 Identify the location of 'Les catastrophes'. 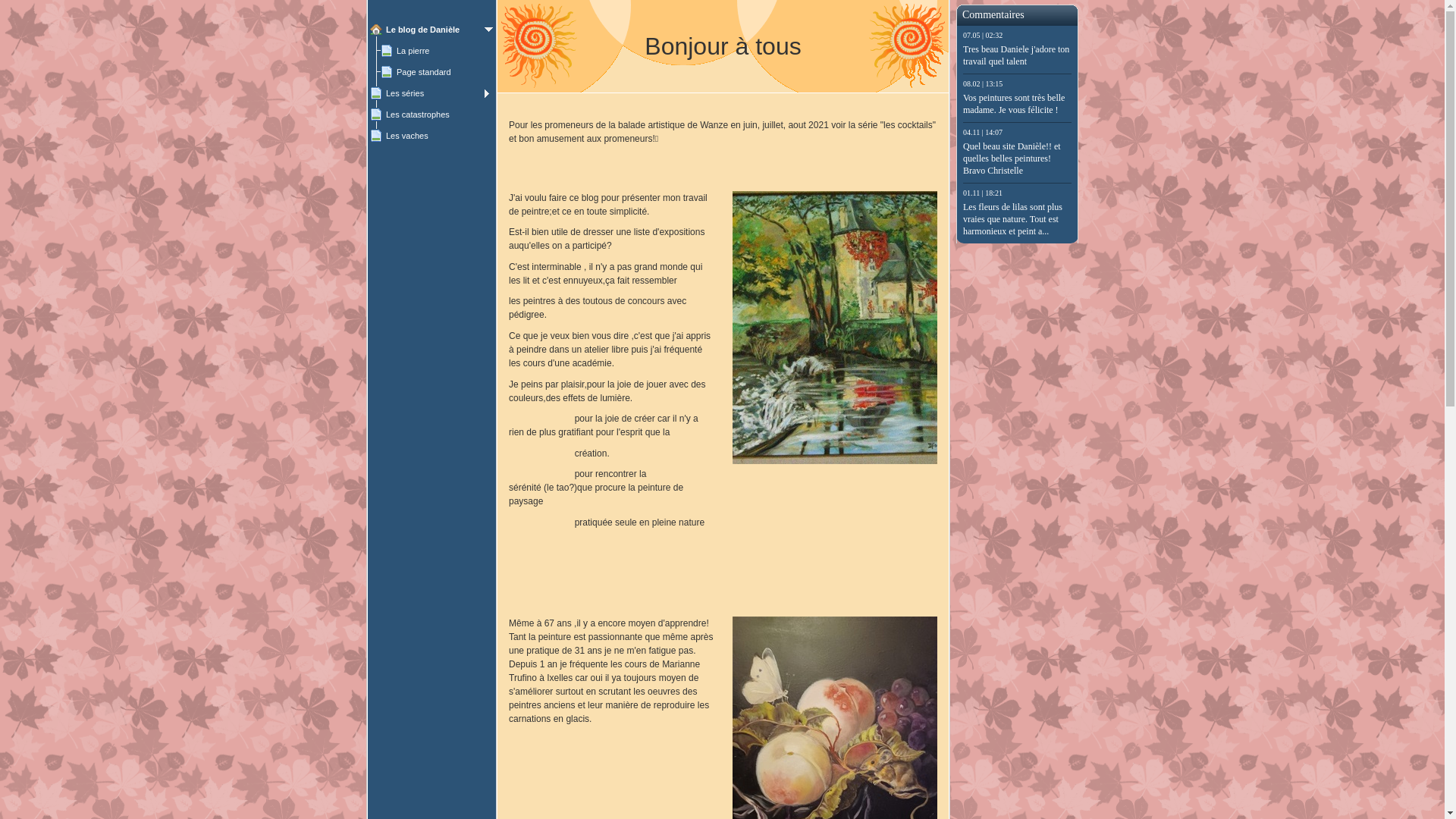
(431, 113).